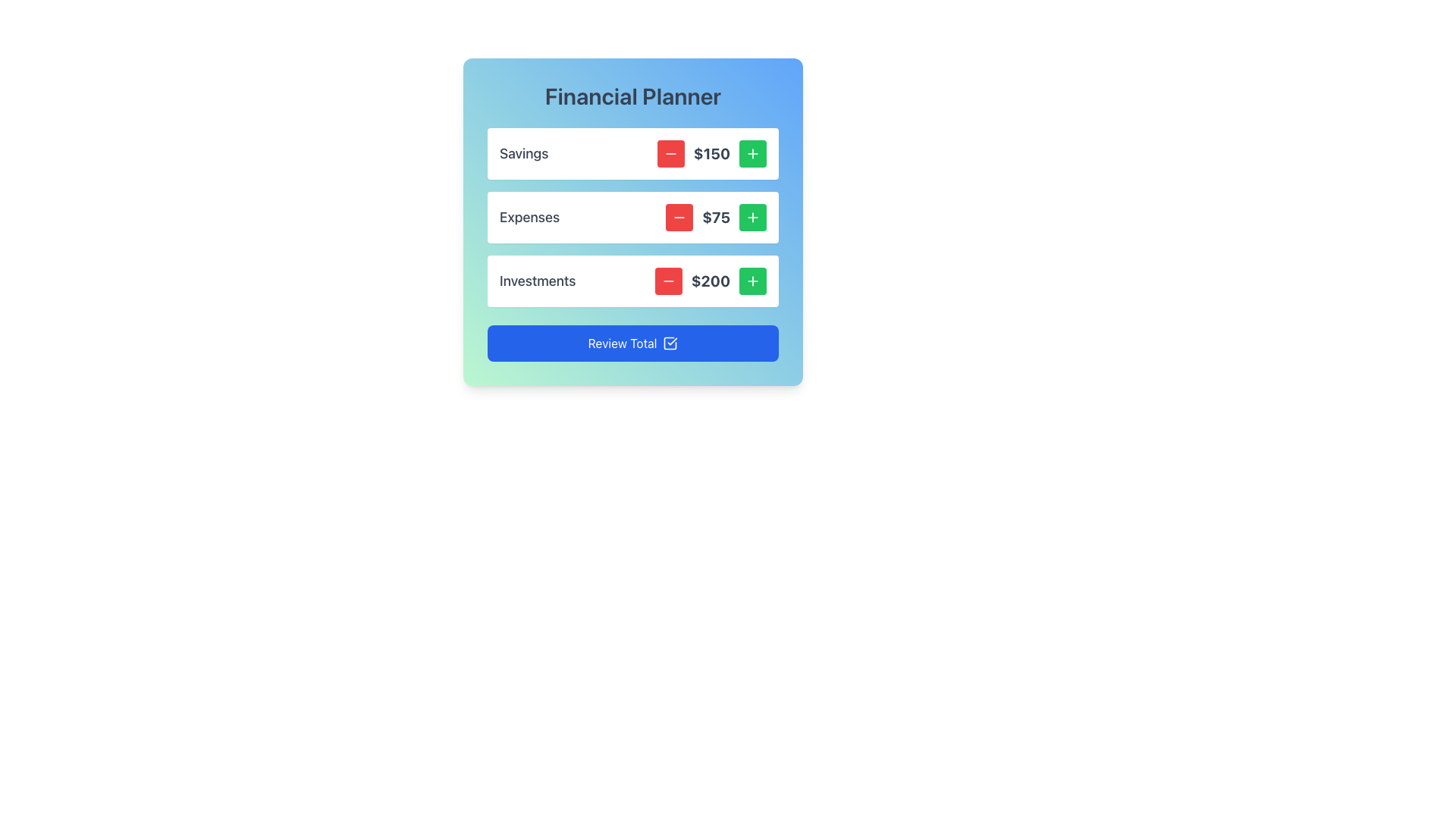 The height and width of the screenshot is (819, 1456). I want to click on the text label displaying 'Investments' which is located in the third row of the financial planning card, positioned to the left of the investment amount and aligned with the increment and decrement buttons, so click(538, 281).